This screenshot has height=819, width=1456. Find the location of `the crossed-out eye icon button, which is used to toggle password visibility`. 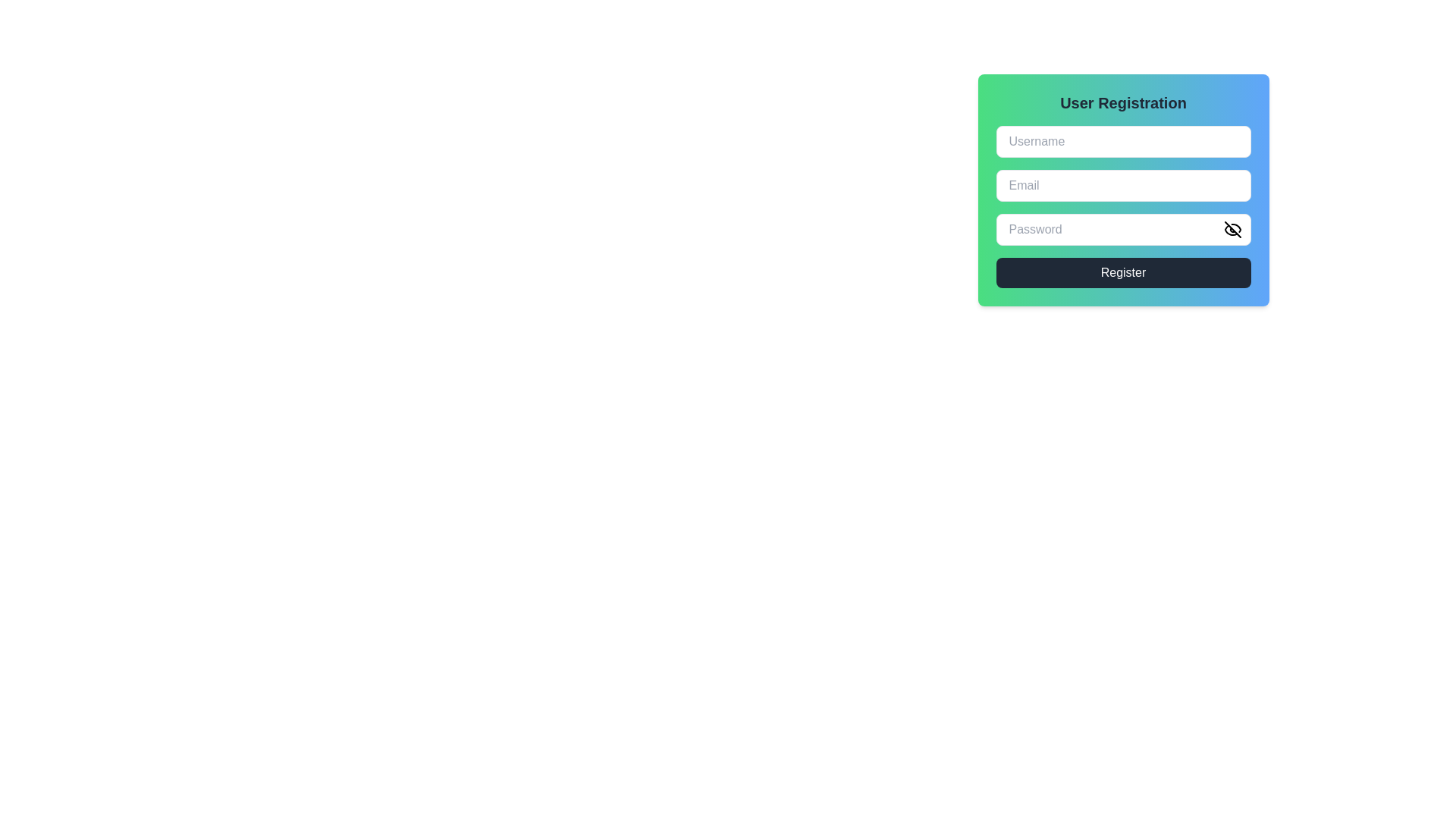

the crossed-out eye icon button, which is used to toggle password visibility is located at coordinates (1232, 230).